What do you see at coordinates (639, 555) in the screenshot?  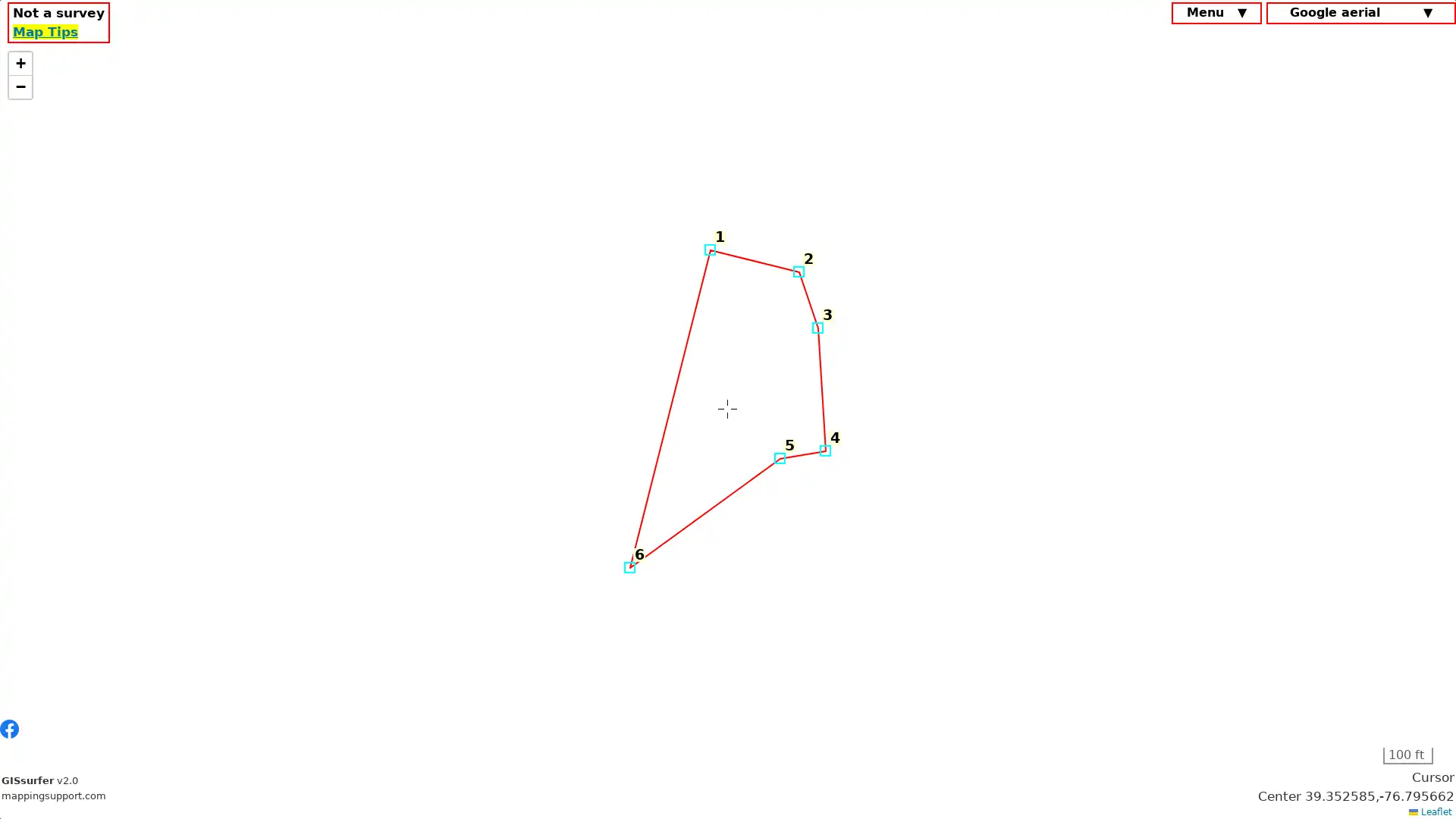 I see `6` at bounding box center [639, 555].